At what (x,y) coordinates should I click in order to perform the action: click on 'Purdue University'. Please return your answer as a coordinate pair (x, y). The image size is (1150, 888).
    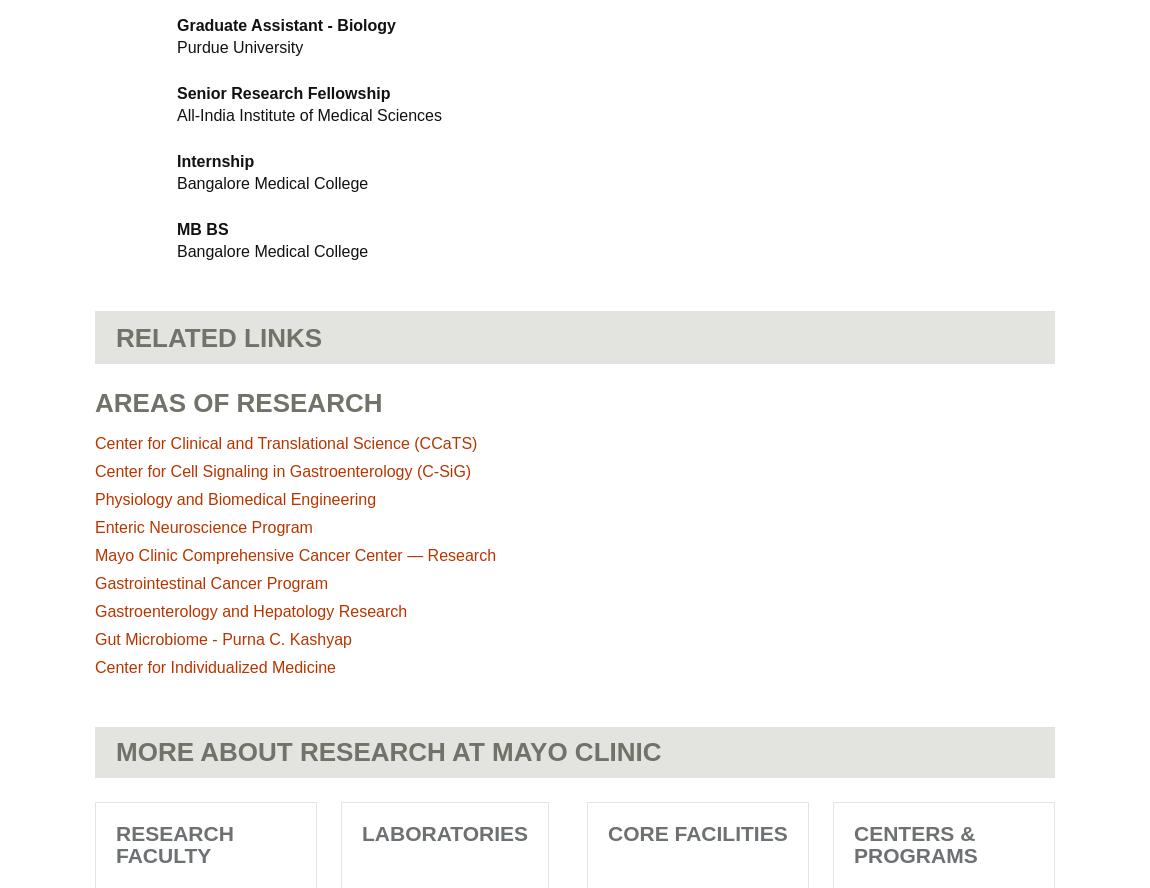
    Looking at the image, I should click on (239, 47).